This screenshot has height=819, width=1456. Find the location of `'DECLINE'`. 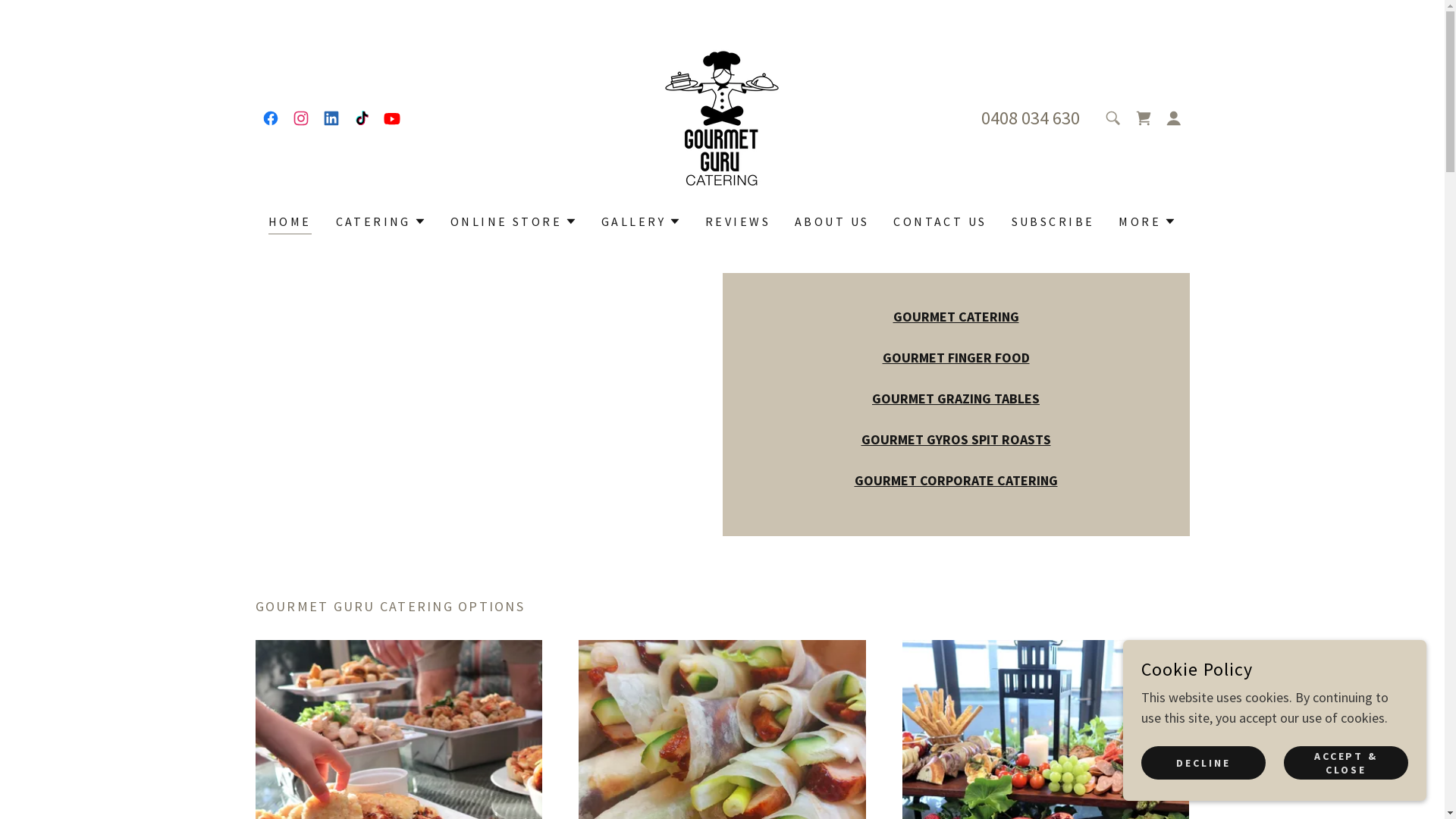

'DECLINE' is located at coordinates (1203, 763).